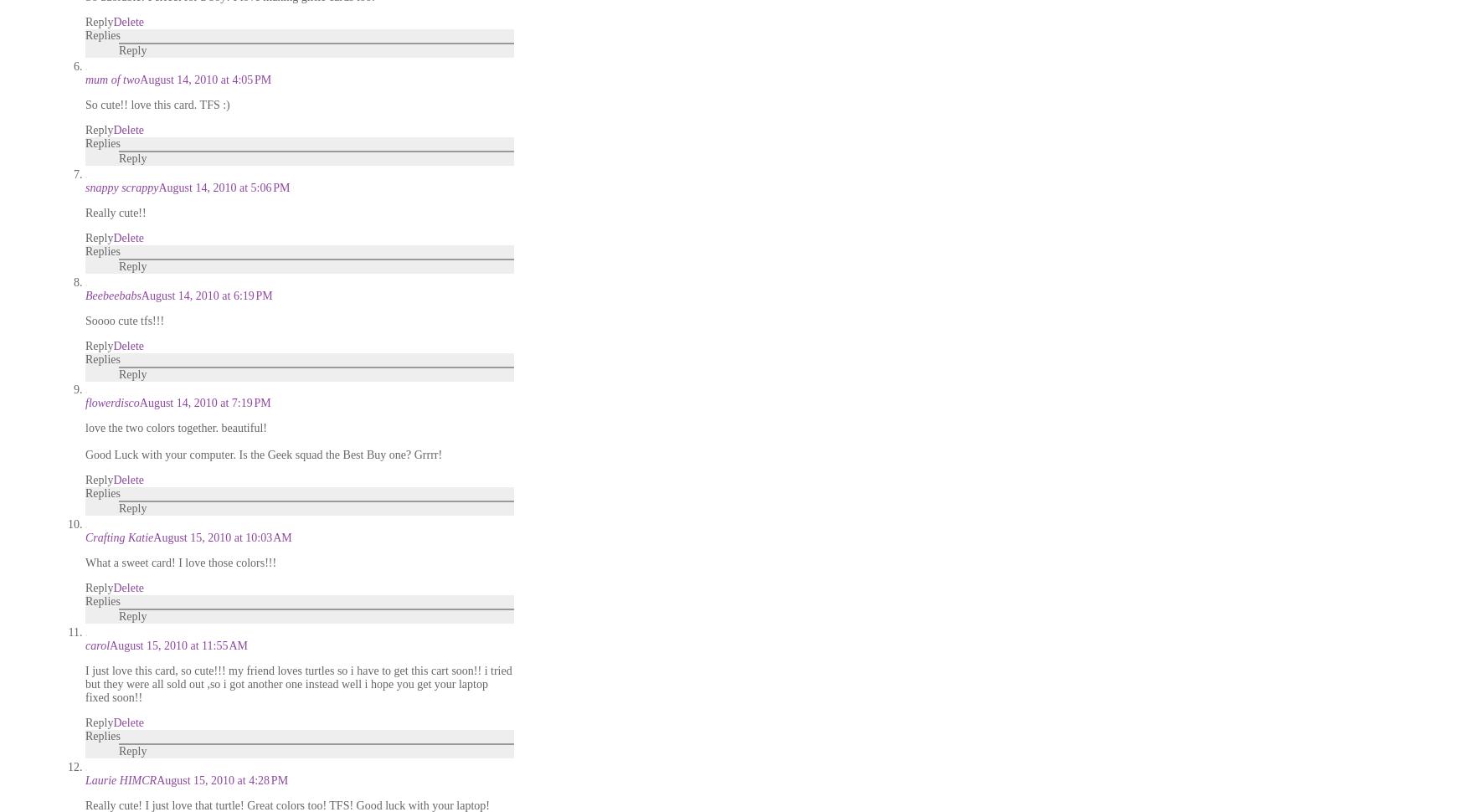 Image resolution: width=1482 pixels, height=812 pixels. I want to click on 'August 15, 2010 at 10:03 AM', so click(222, 537).